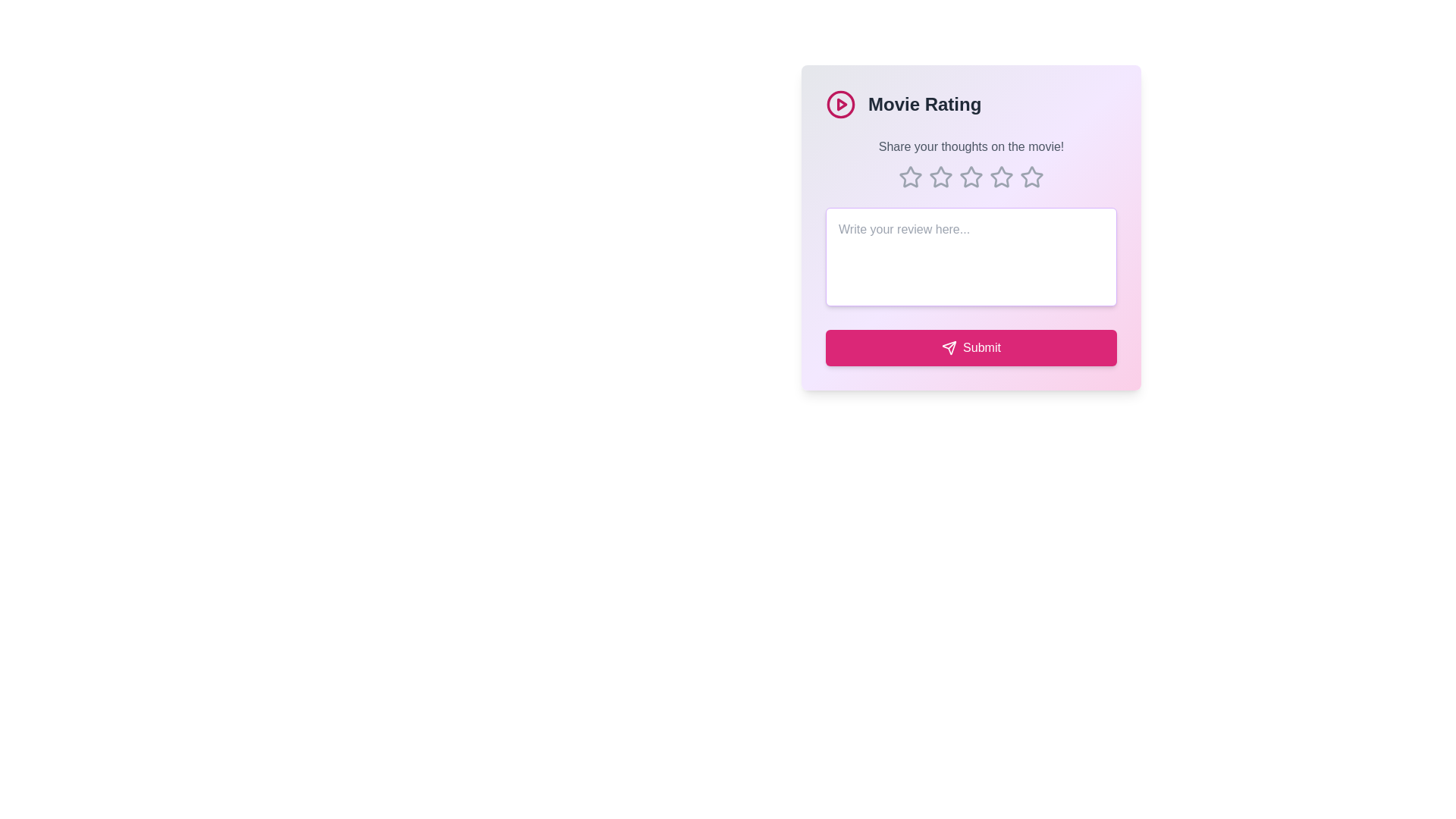  Describe the element at coordinates (971, 146) in the screenshot. I see `the text label displaying 'Share your thoughts on the movie!' which is positioned below the title 'Movie Rating' and above the star icons` at that location.